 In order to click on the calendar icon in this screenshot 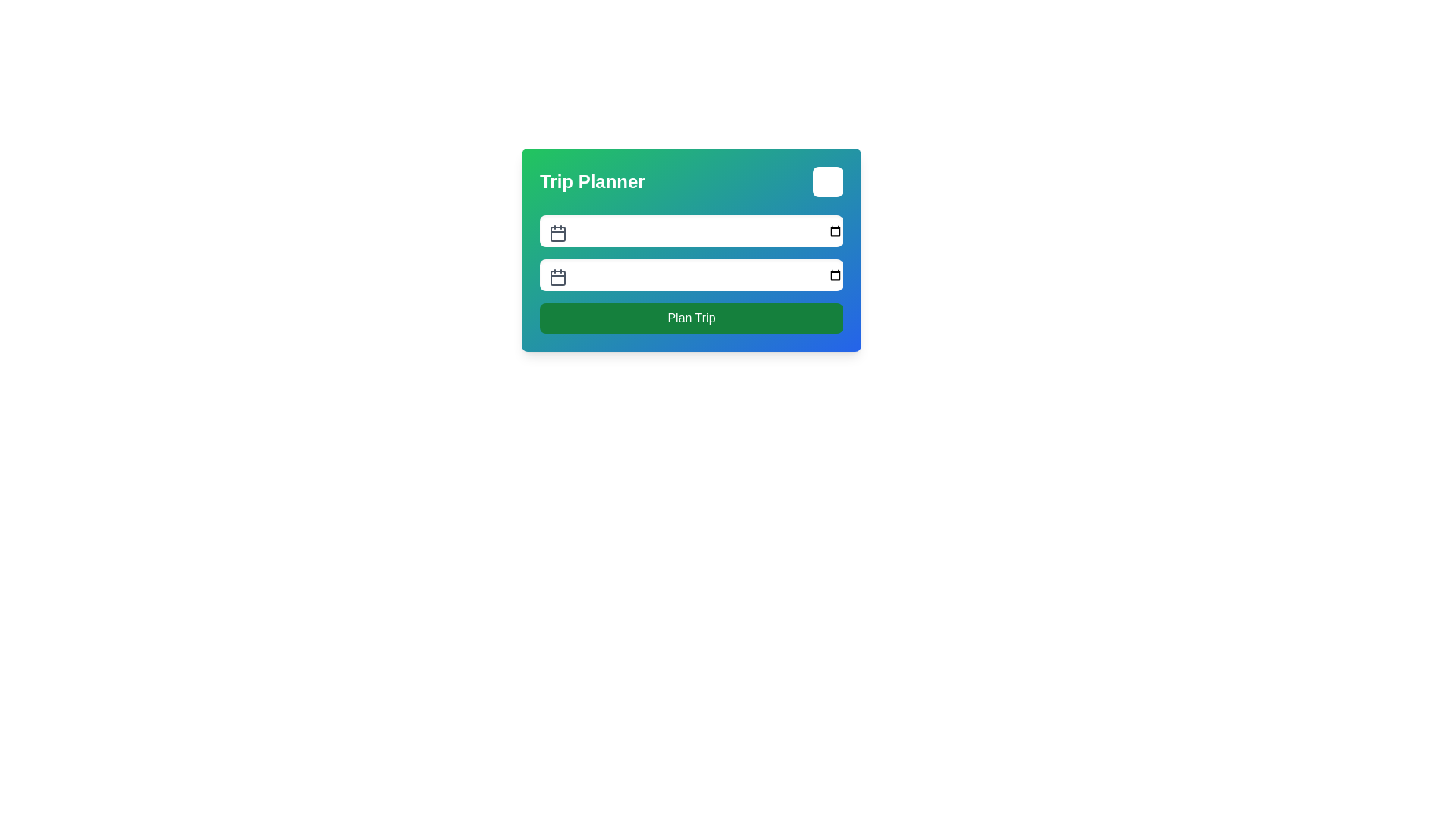, I will do `click(557, 234)`.